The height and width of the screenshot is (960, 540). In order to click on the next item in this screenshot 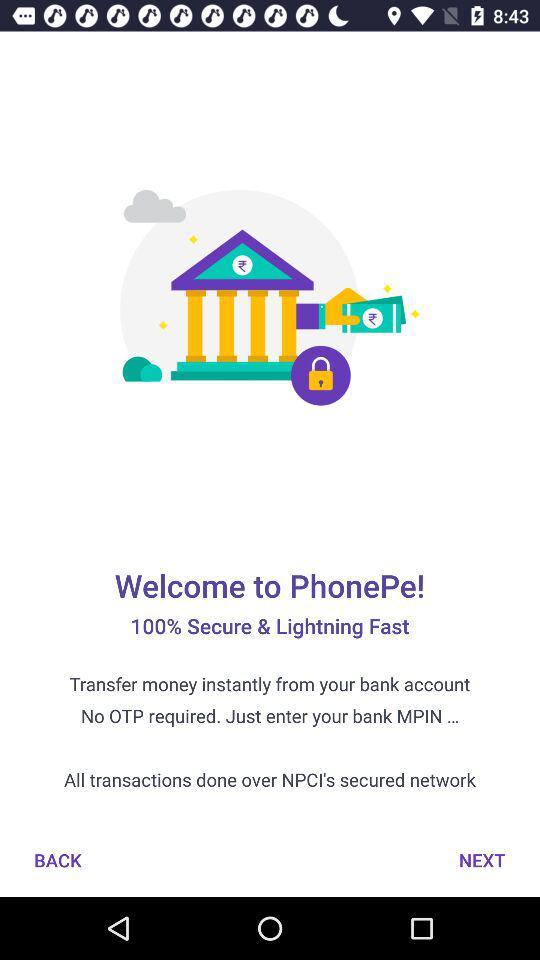, I will do `click(481, 859)`.